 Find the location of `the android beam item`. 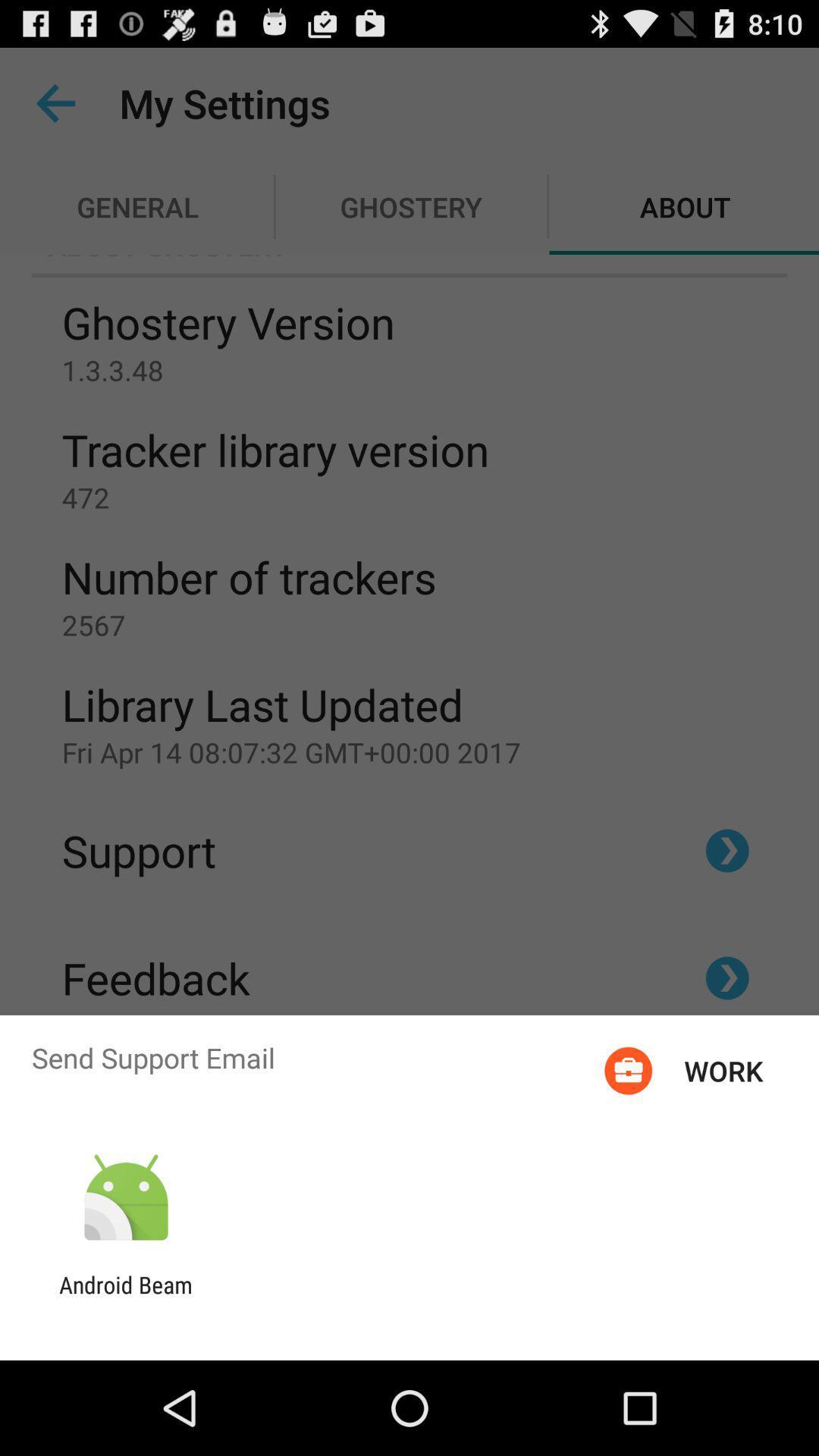

the android beam item is located at coordinates (125, 1298).